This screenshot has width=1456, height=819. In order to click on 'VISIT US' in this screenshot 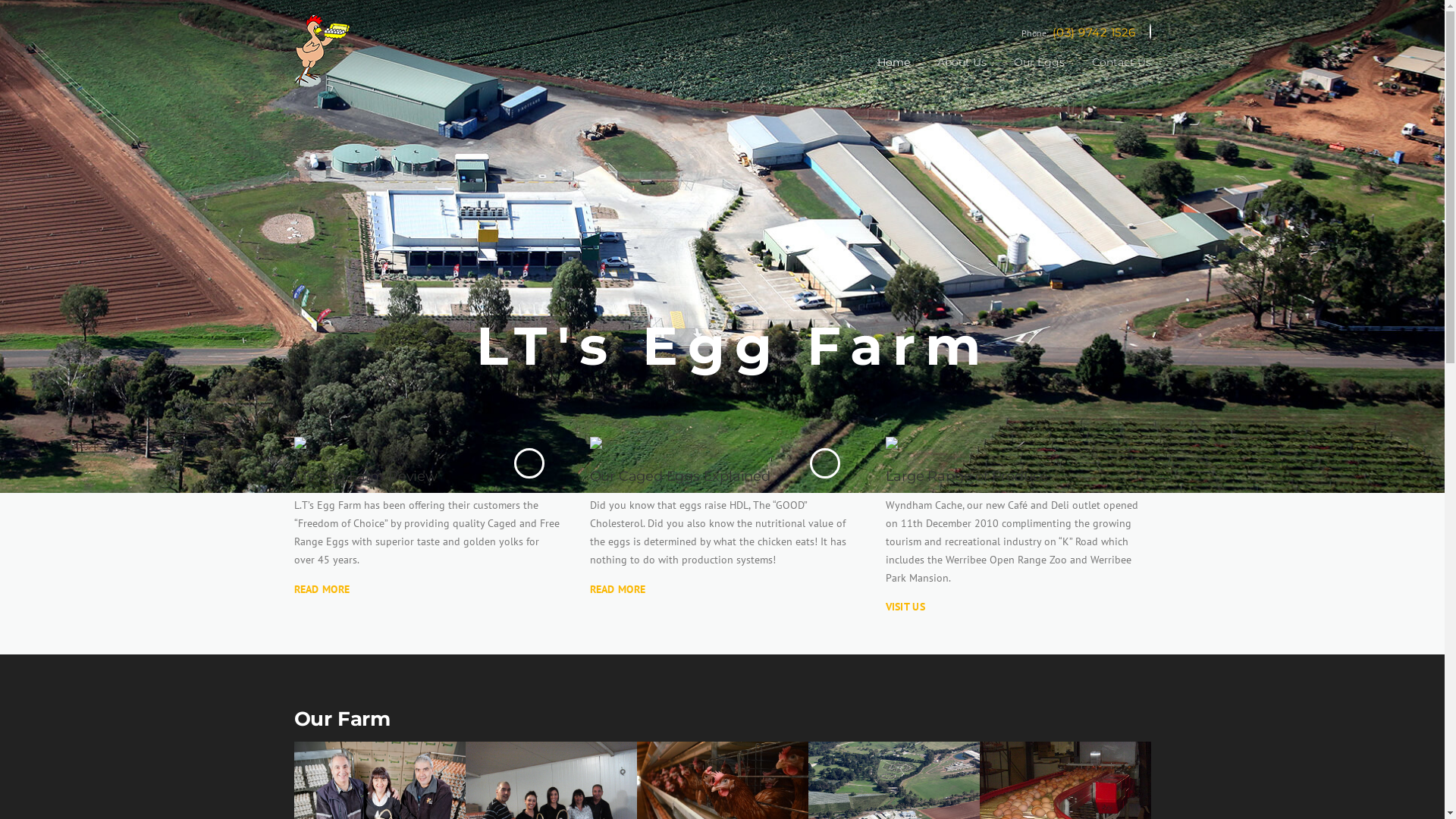, I will do `click(905, 605)`.